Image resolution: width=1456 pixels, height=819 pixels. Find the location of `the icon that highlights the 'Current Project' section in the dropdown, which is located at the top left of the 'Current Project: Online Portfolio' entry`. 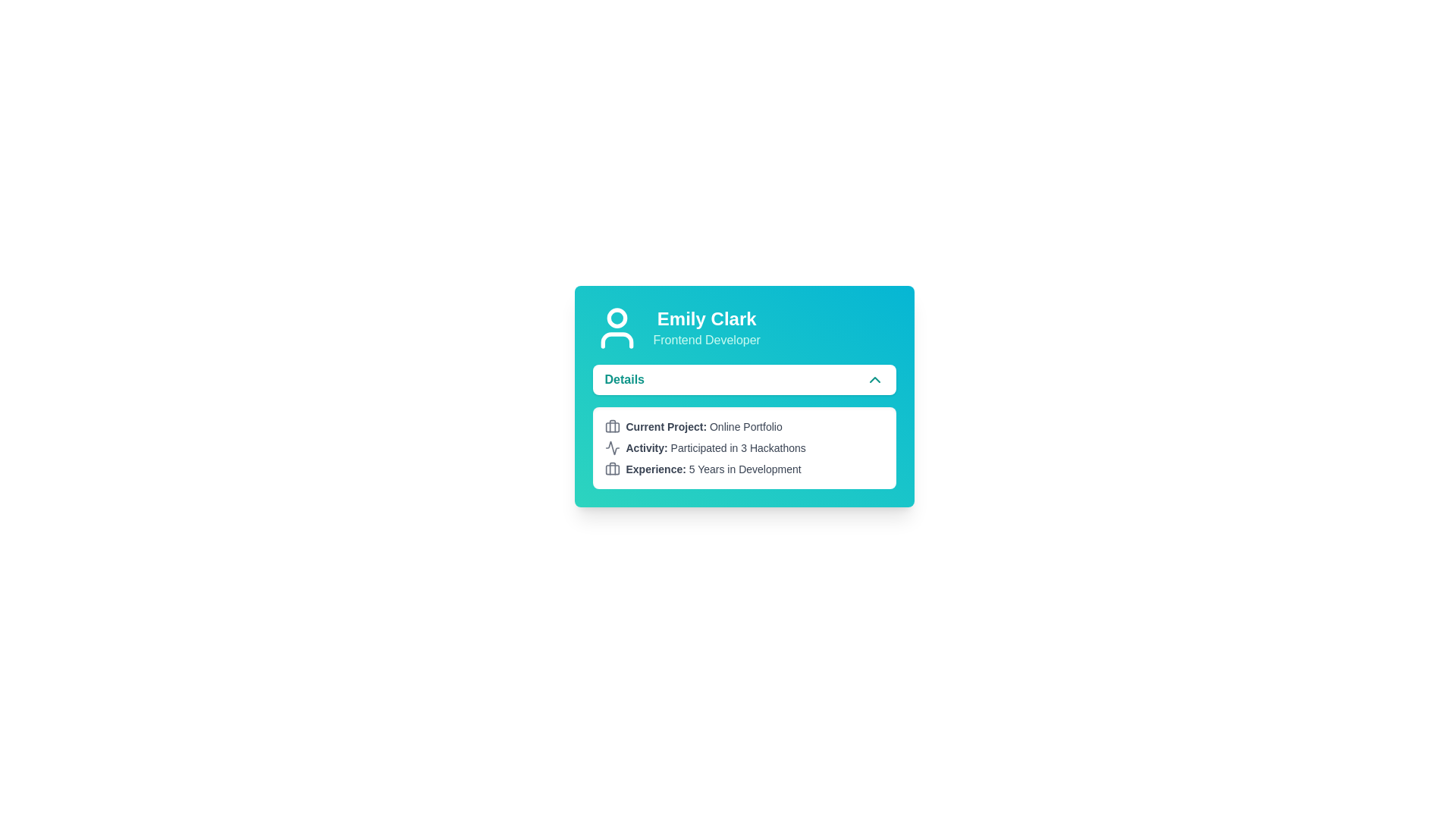

the icon that highlights the 'Current Project' section in the dropdown, which is located at the top left of the 'Current Project: Online Portfolio' entry is located at coordinates (612, 427).